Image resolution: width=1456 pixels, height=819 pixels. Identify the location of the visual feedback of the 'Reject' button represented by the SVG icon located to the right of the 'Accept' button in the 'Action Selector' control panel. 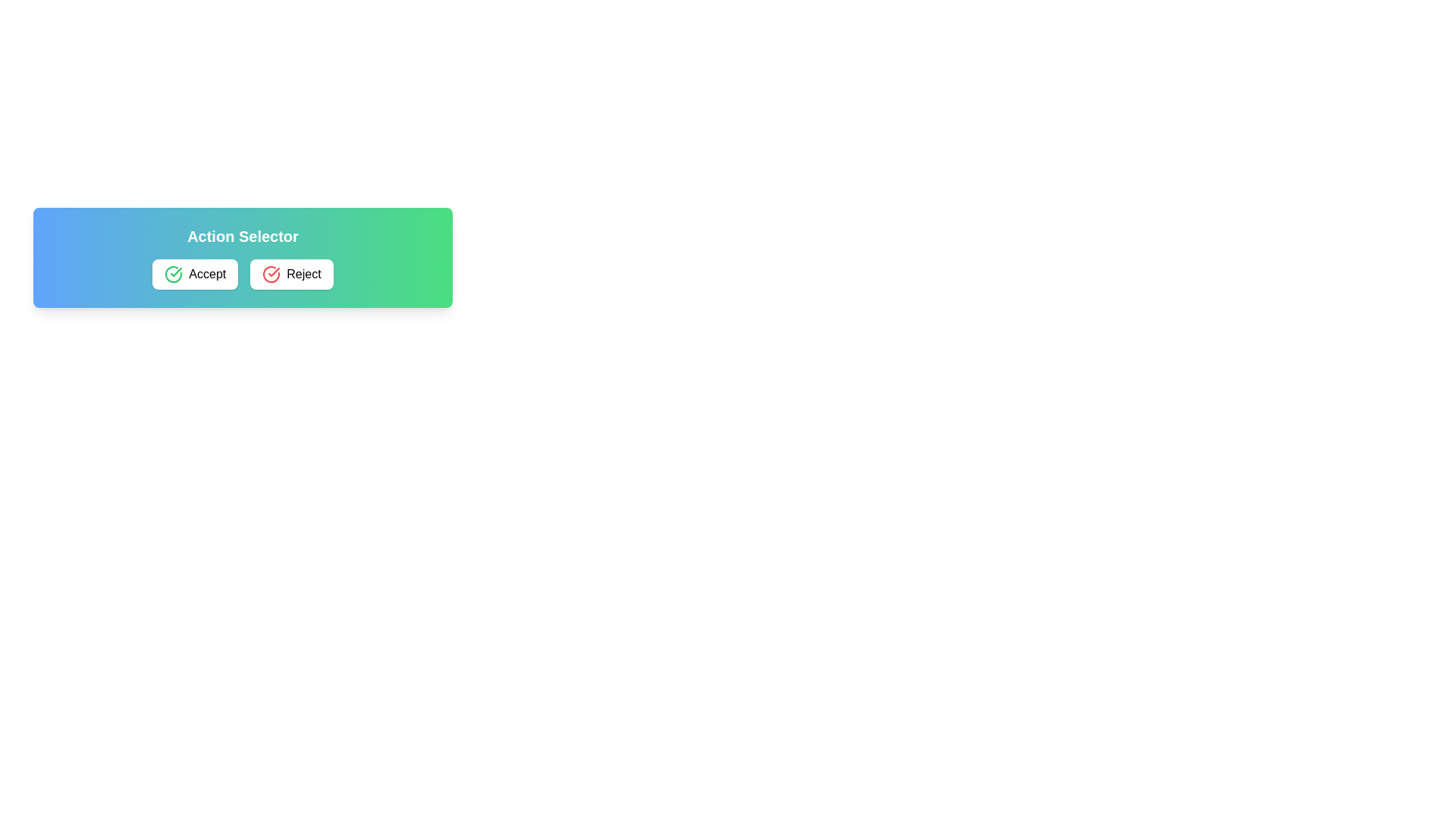
(176, 271).